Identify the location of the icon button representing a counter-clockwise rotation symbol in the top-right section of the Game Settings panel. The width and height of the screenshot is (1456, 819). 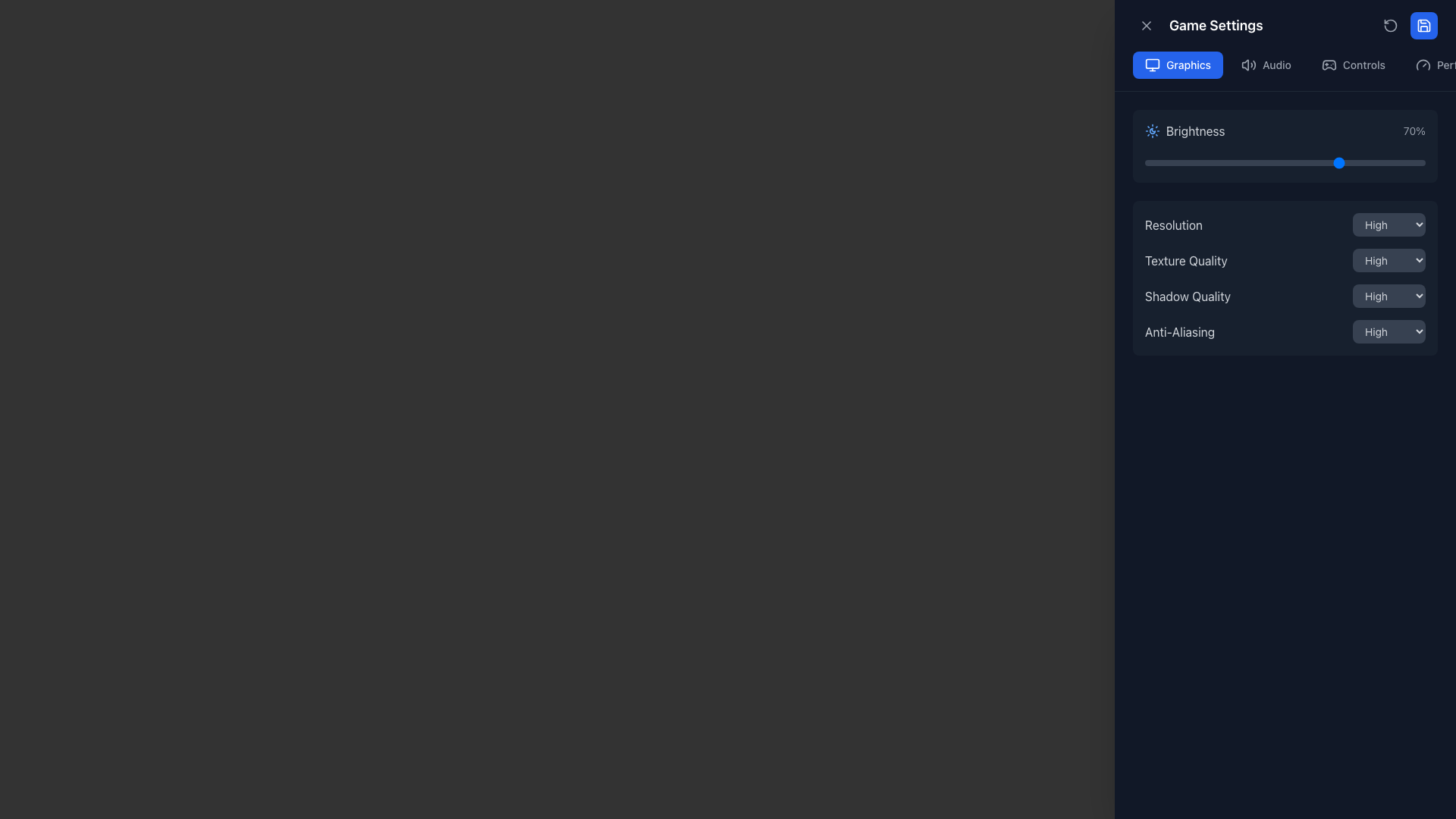
(1390, 26).